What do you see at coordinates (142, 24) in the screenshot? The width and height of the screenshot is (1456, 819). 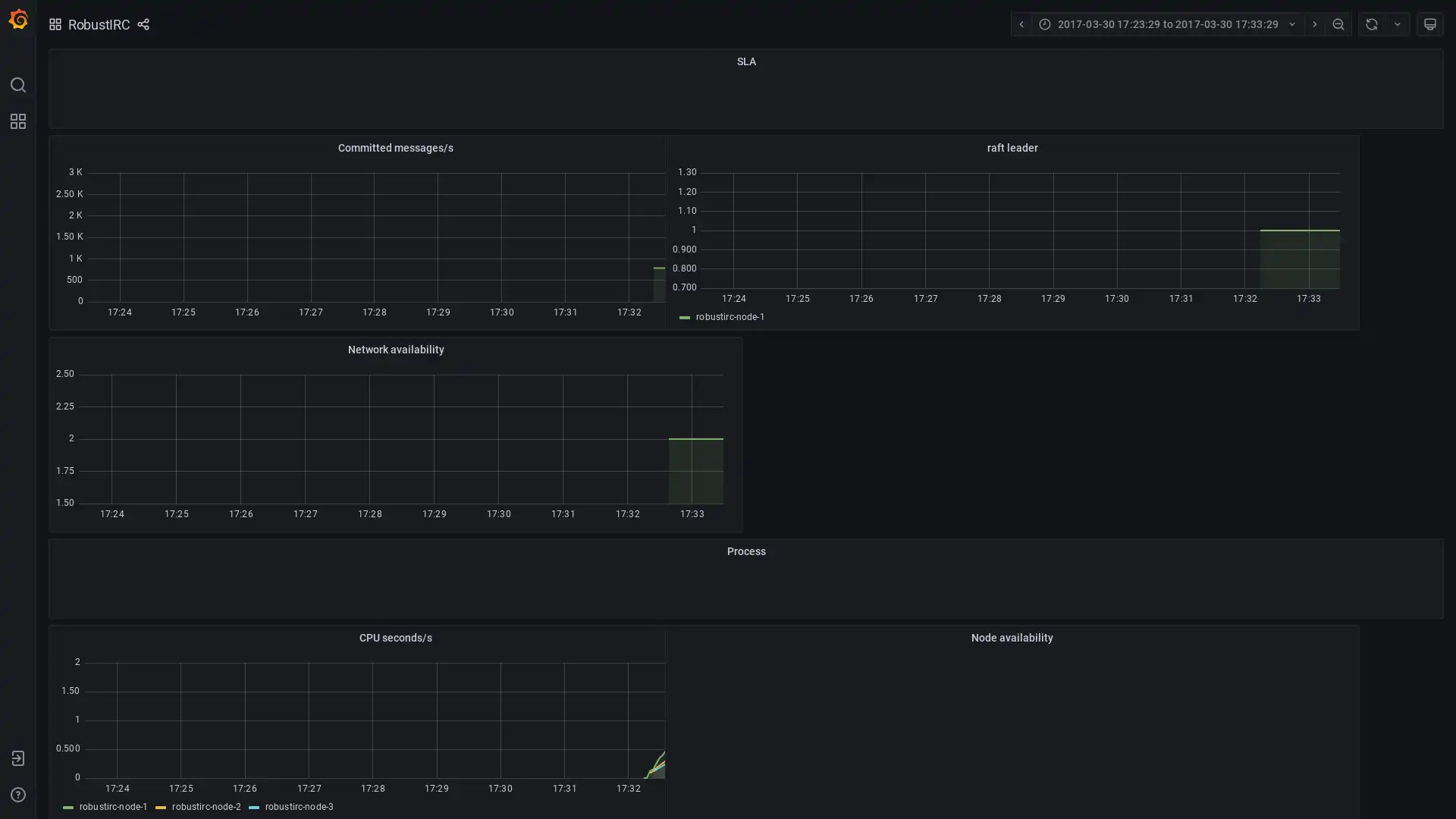 I see `Share dashboard or panel` at bounding box center [142, 24].